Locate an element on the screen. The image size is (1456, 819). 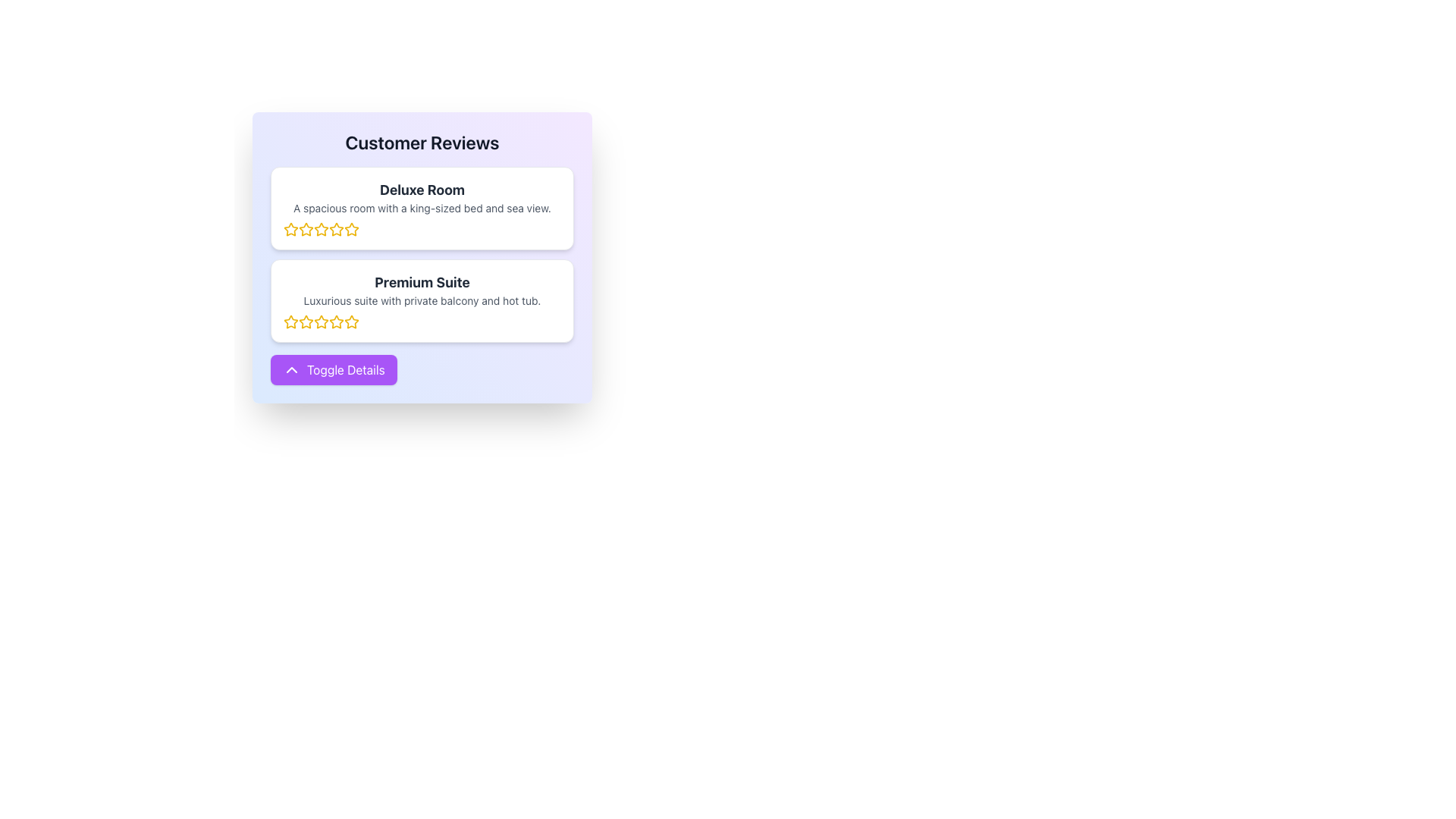
a star in the rating system for the 'Deluxe Room' is located at coordinates (422, 230).